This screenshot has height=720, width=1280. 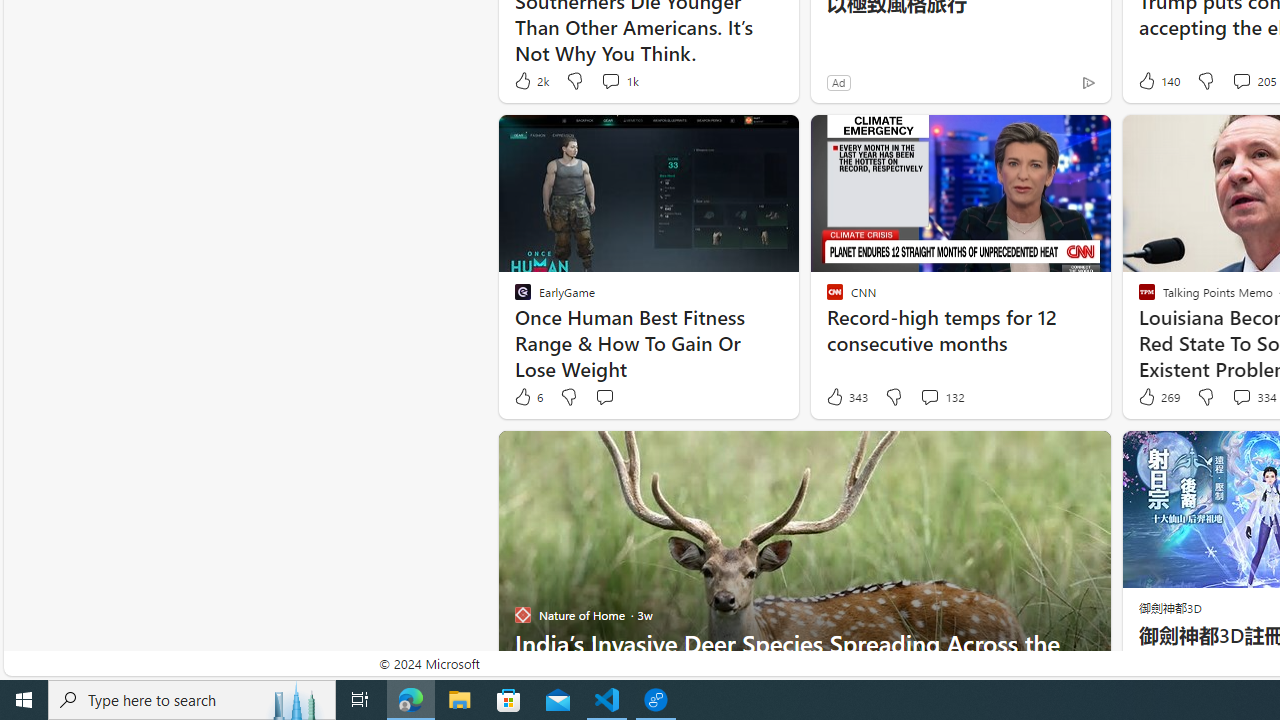 What do you see at coordinates (1049, 455) in the screenshot?
I see `'Hide this story'` at bounding box center [1049, 455].